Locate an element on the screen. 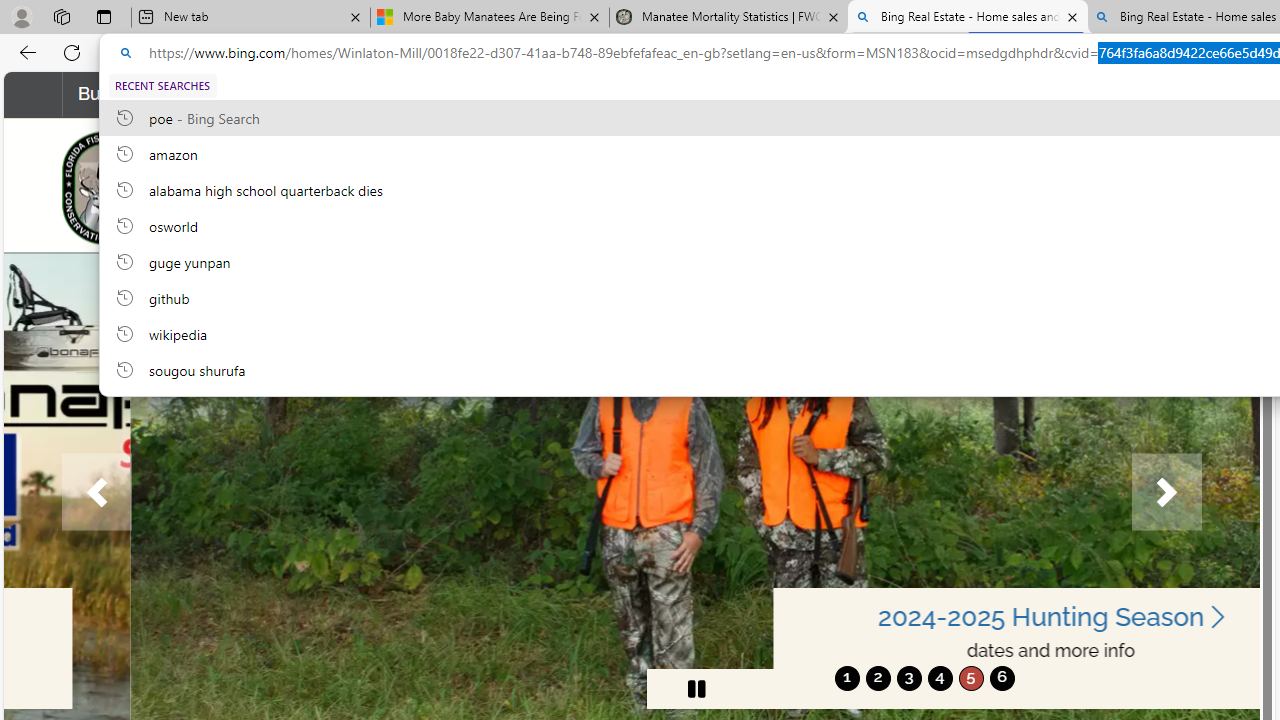  'move to slide 2' is located at coordinates (878, 677).